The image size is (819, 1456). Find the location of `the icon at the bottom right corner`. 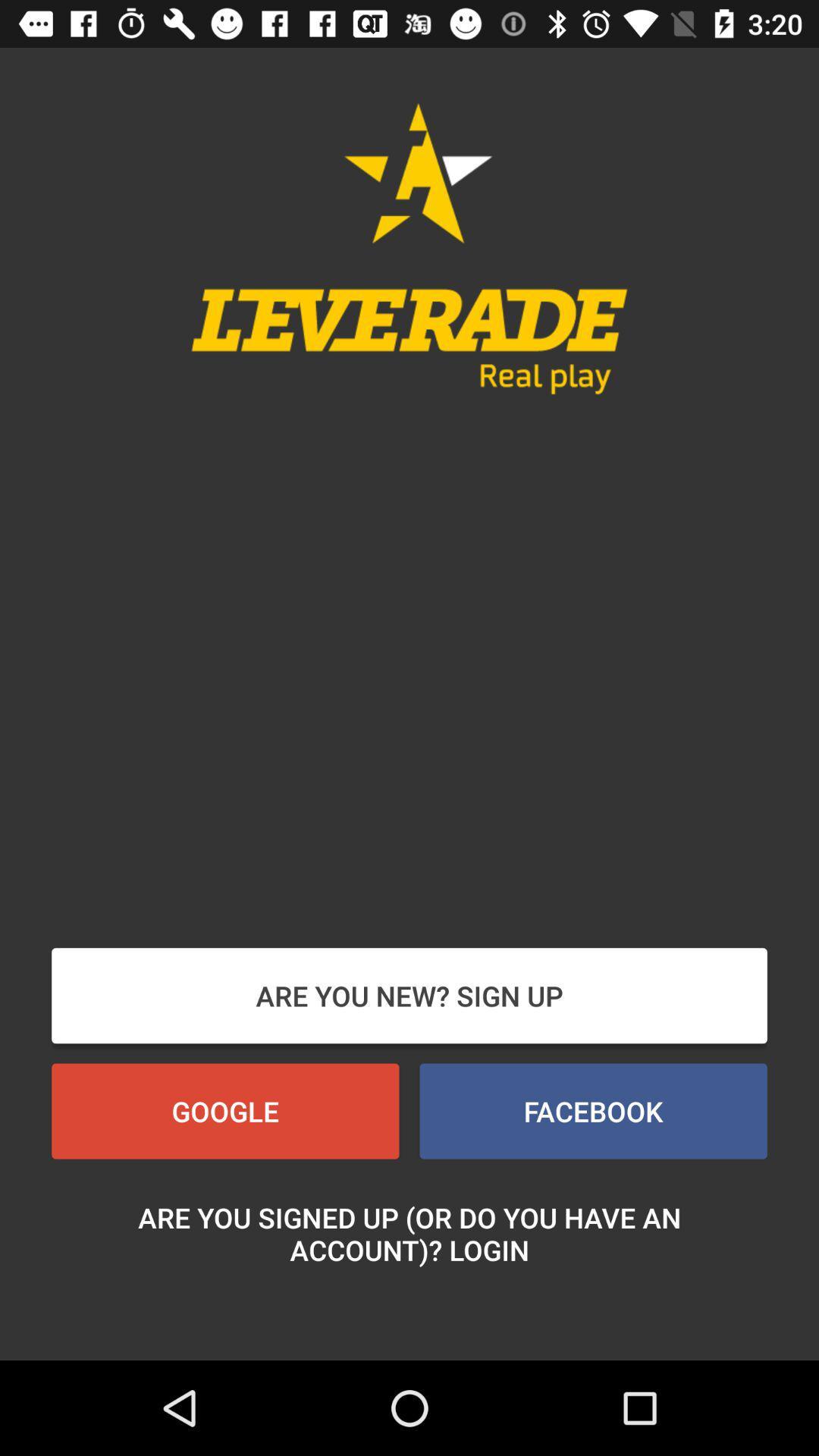

the icon at the bottom right corner is located at coordinates (592, 1111).